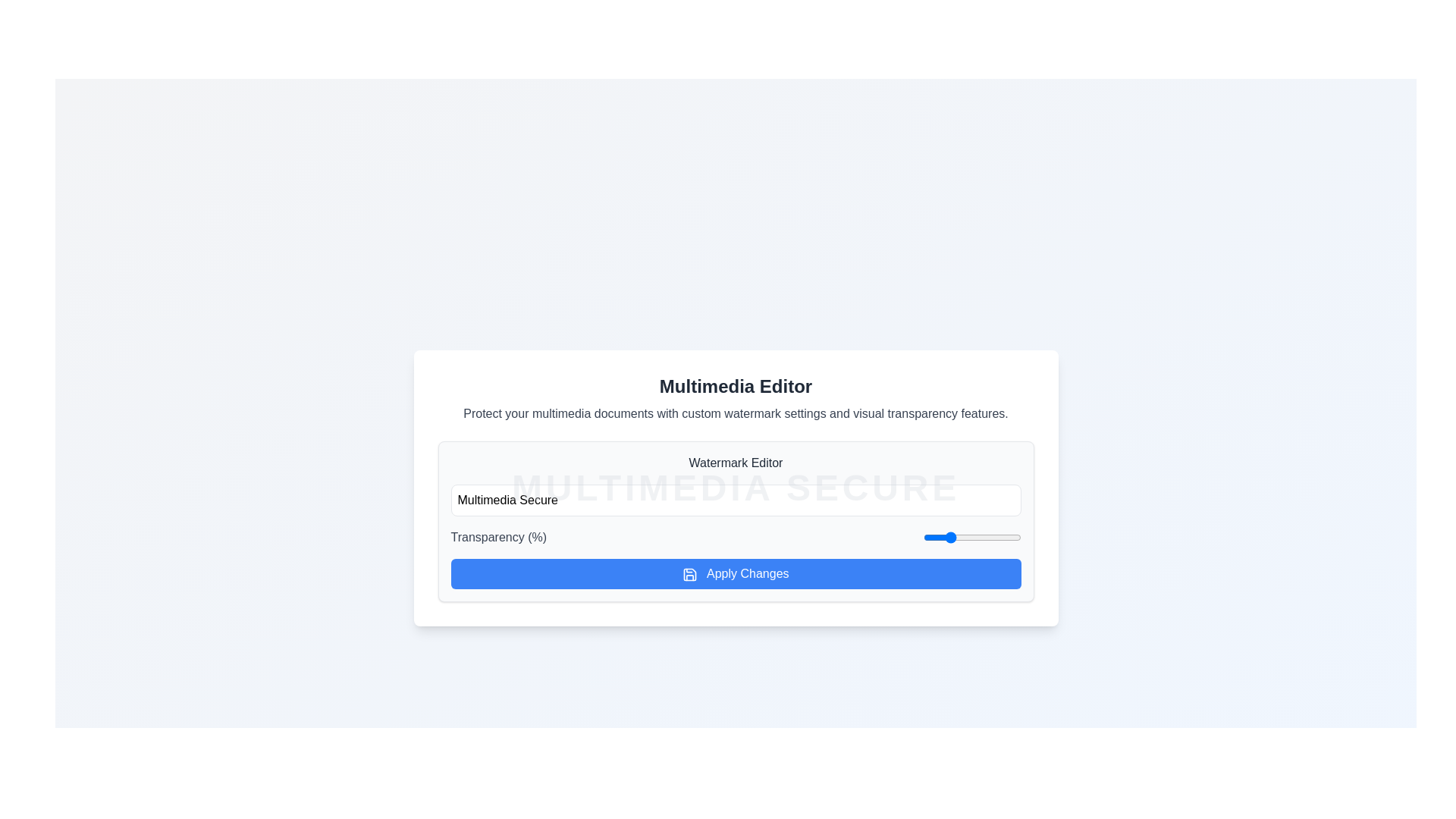 The image size is (1456, 819). Describe the element at coordinates (736, 414) in the screenshot. I see `the static text label that informs users about watermark settings and transparency customization, located below the 'Multimedia Editor' heading` at that location.